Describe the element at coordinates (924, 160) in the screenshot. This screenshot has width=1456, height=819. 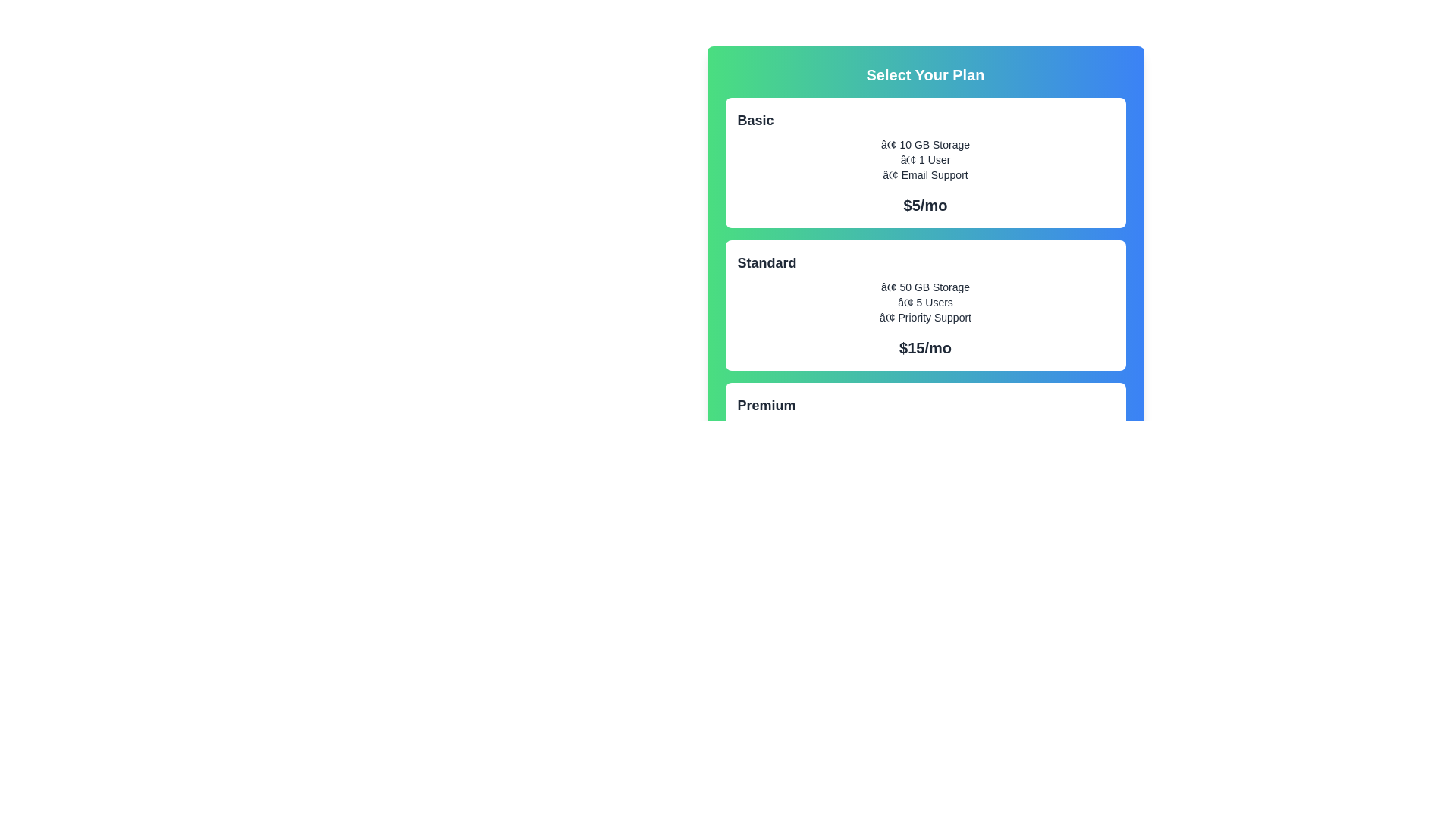
I see `static text displaying the number of users allowed in the 'Basic' pricing plan, located in the 'Basic' section of the pricing plan interface, second in the list of features` at that location.